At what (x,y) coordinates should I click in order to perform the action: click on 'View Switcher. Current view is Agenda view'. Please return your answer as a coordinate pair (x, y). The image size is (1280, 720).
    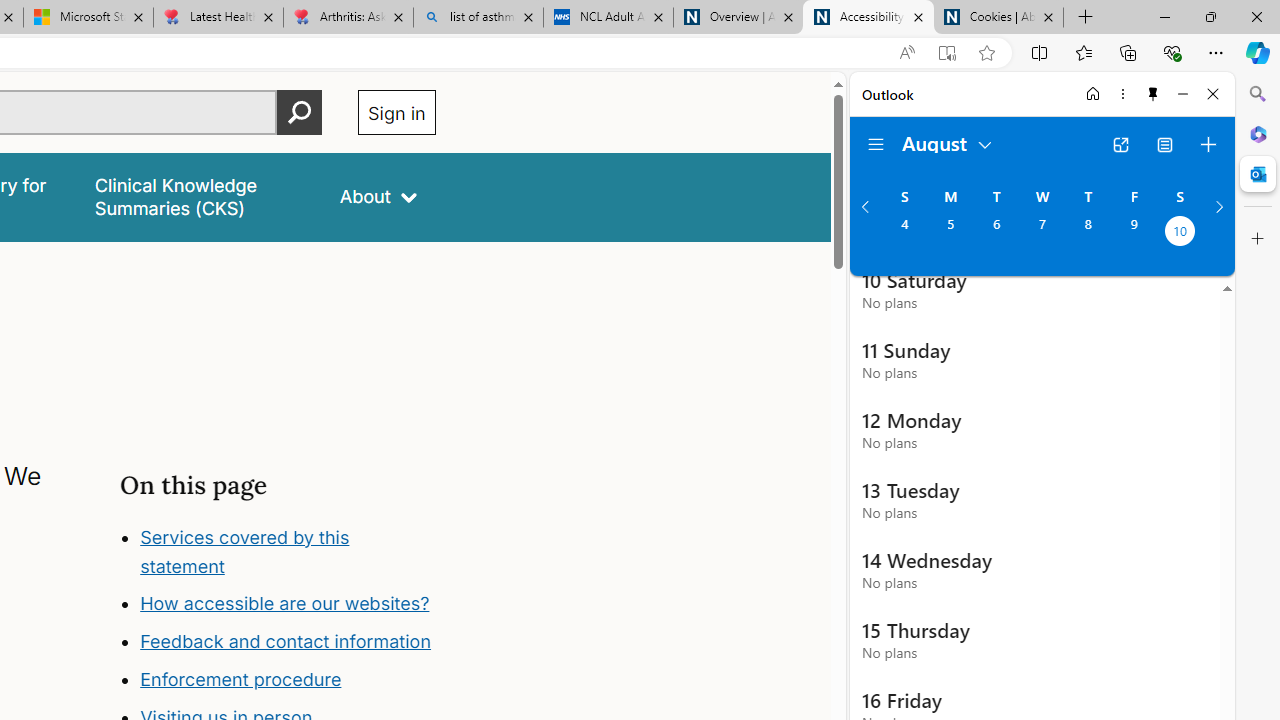
    Looking at the image, I should click on (1165, 144).